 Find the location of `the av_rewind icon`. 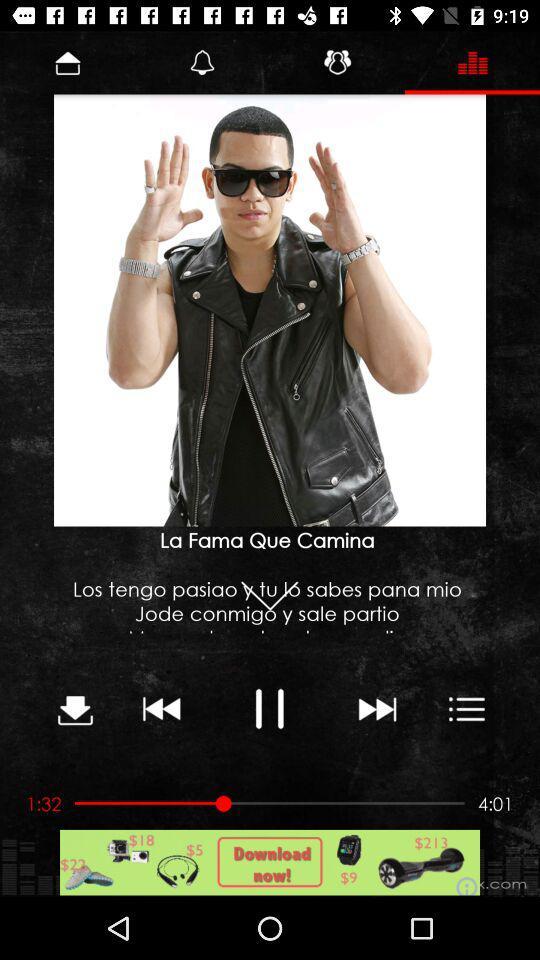

the av_rewind icon is located at coordinates (161, 708).